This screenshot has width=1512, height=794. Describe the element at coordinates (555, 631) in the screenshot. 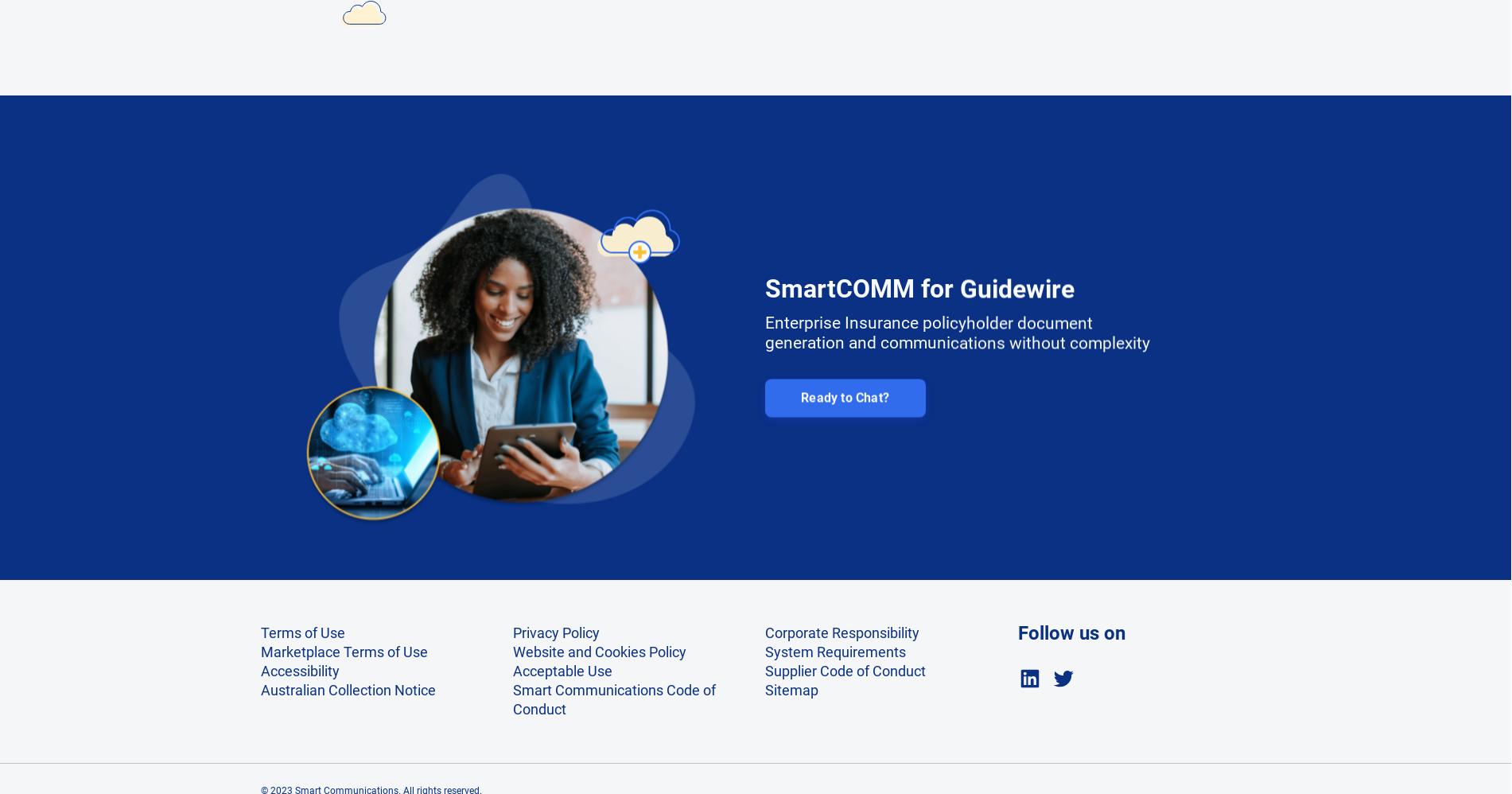

I see `'Privacy Policy'` at that location.